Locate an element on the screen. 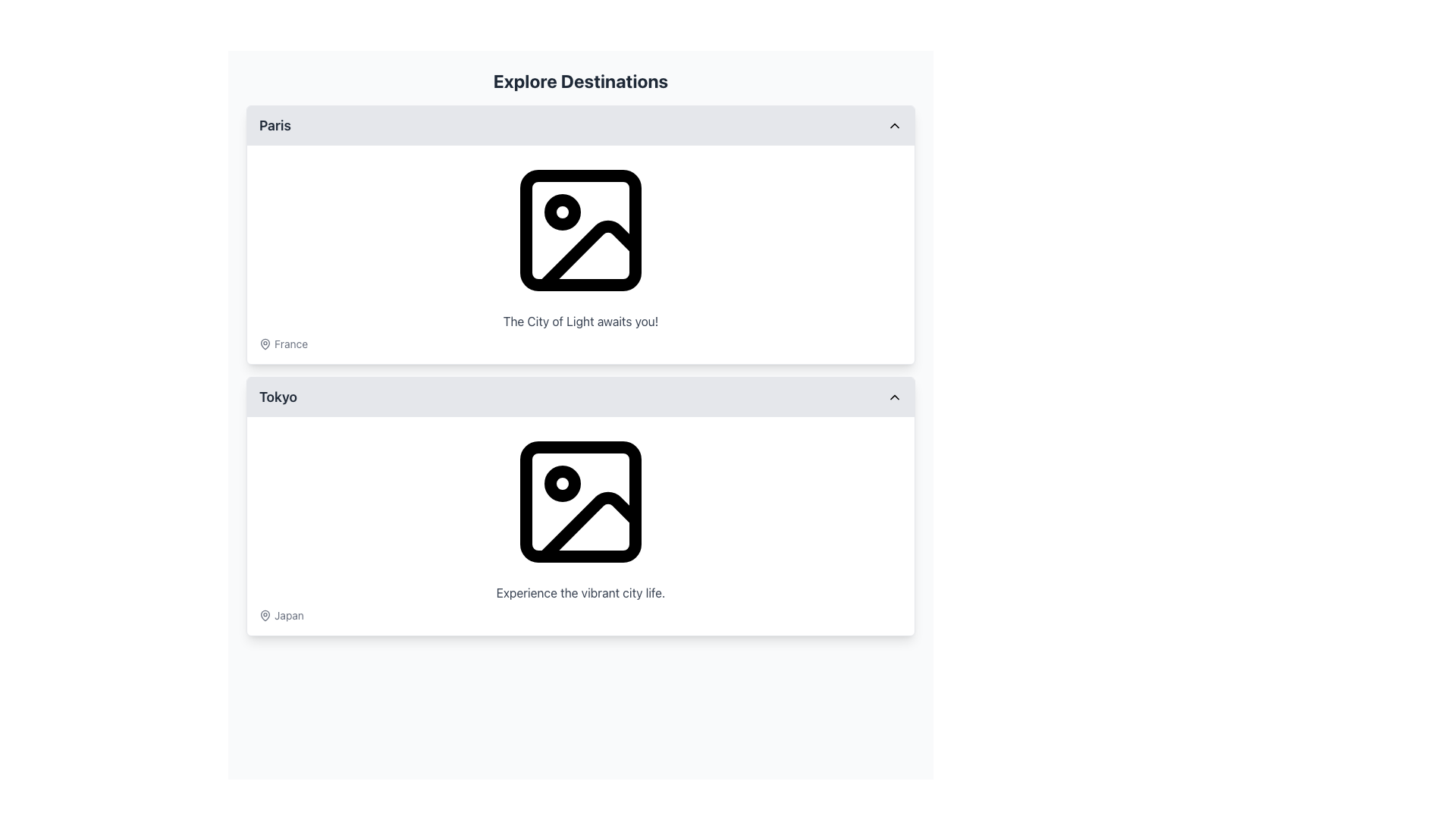 The width and height of the screenshot is (1456, 819). the small, rounded corner SVG rectangle located in the upper card section labeled 'Paris', positioned above the text 'The City of Light awaits you' is located at coordinates (580, 231).